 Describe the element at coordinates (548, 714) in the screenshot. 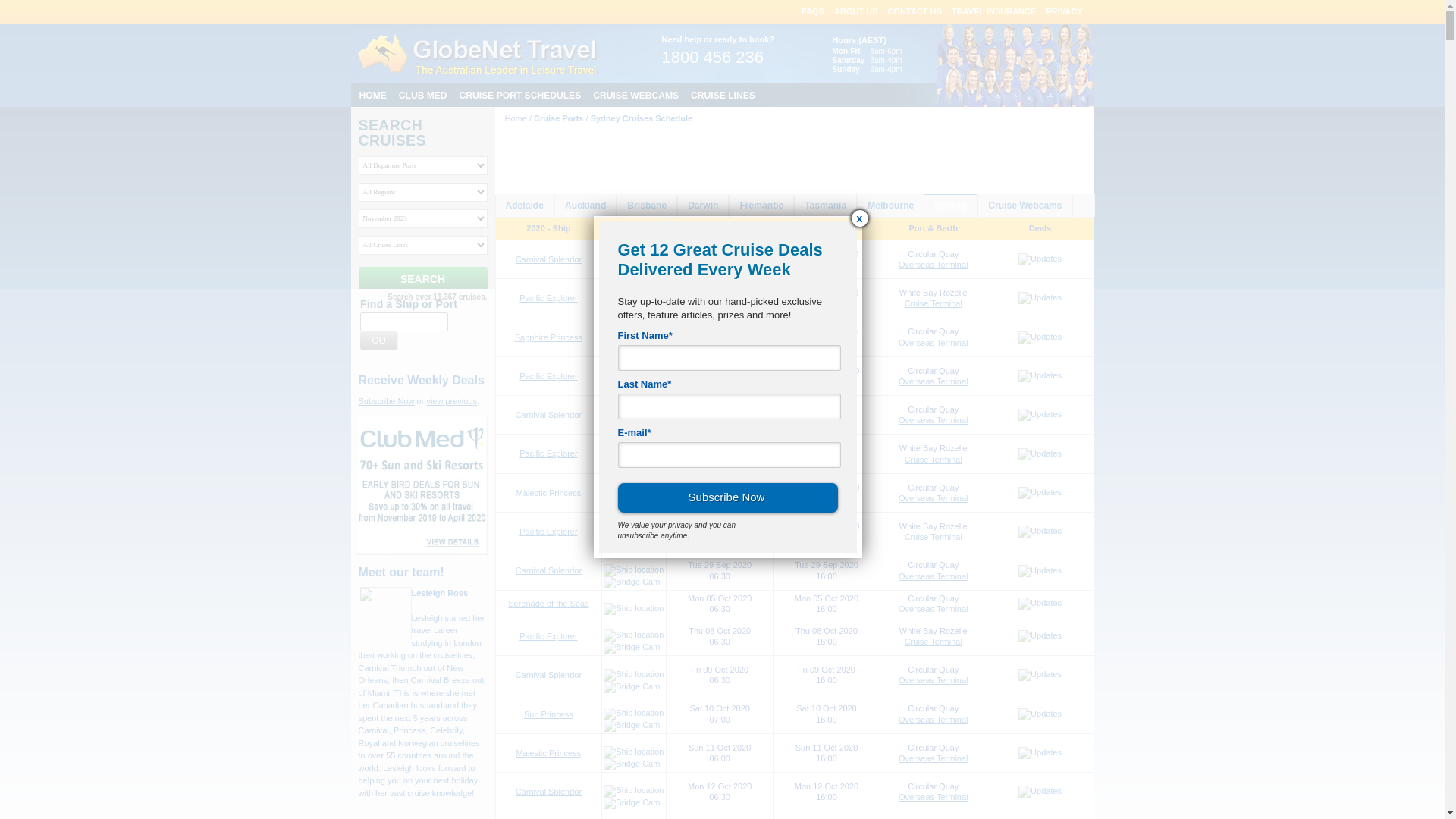

I see `'Sun Princess'` at that location.